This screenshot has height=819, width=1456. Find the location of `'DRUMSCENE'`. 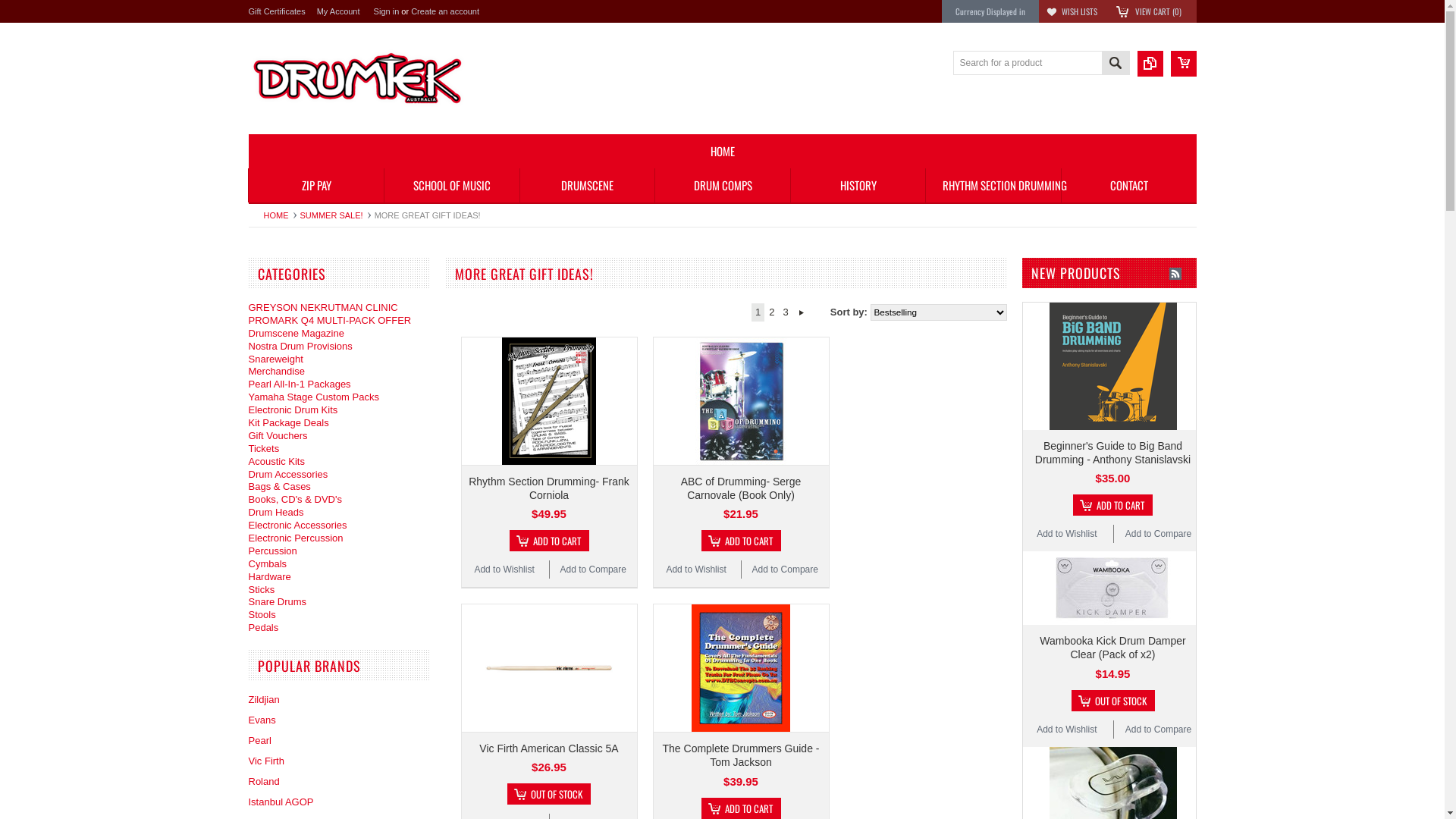

'DRUMSCENE' is located at coordinates (519, 184).